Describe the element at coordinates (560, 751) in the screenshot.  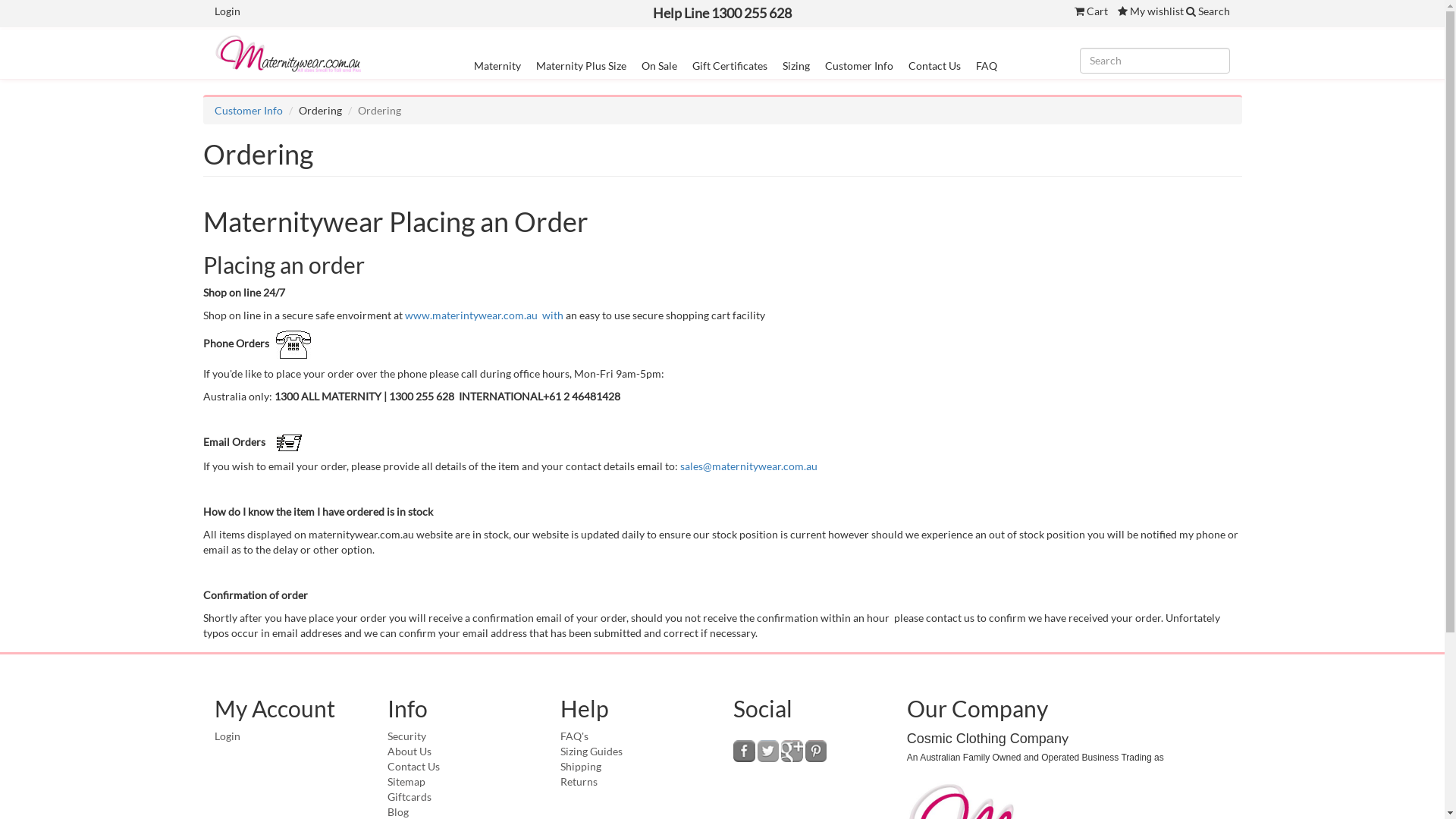
I see `'Sizing Guides'` at that location.